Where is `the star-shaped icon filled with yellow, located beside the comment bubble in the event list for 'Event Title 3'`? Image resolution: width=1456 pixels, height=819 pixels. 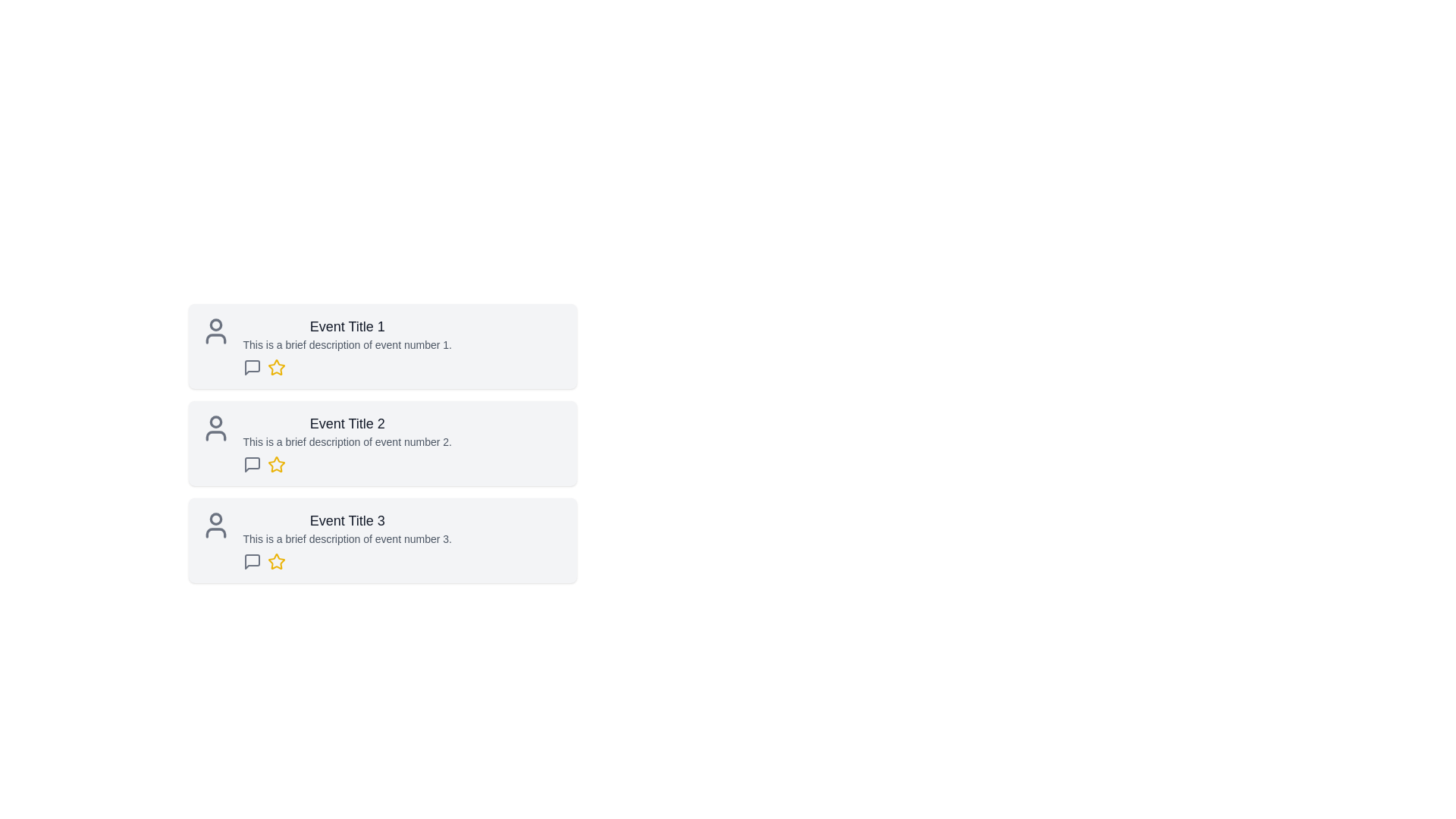 the star-shaped icon filled with yellow, located beside the comment bubble in the event list for 'Event Title 3' is located at coordinates (276, 561).